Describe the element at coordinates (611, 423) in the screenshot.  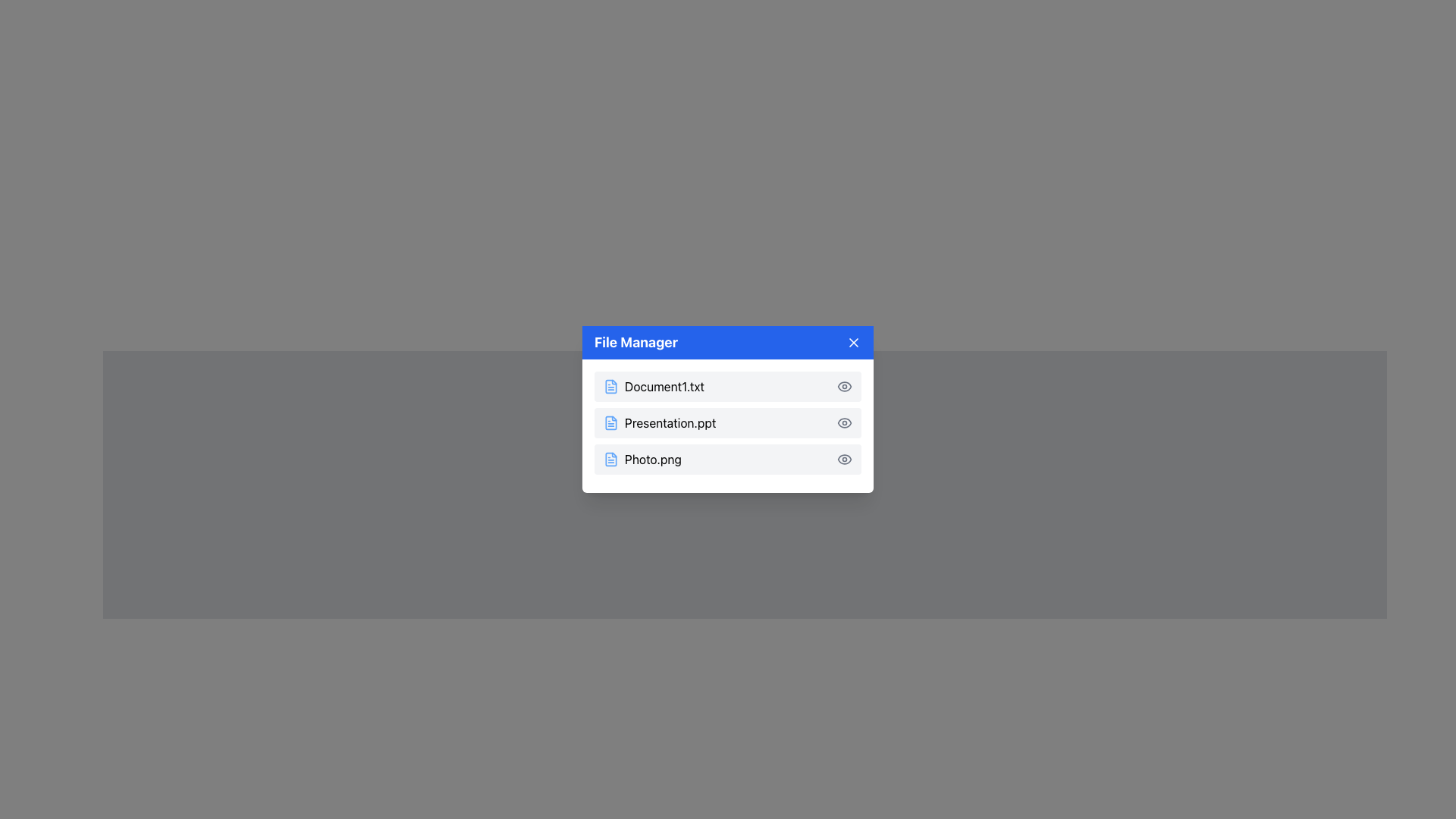
I see `the file representation icon for the document named 'Presentation.ppt', located in the second row of the file list, positioned on the left side of the row` at that location.